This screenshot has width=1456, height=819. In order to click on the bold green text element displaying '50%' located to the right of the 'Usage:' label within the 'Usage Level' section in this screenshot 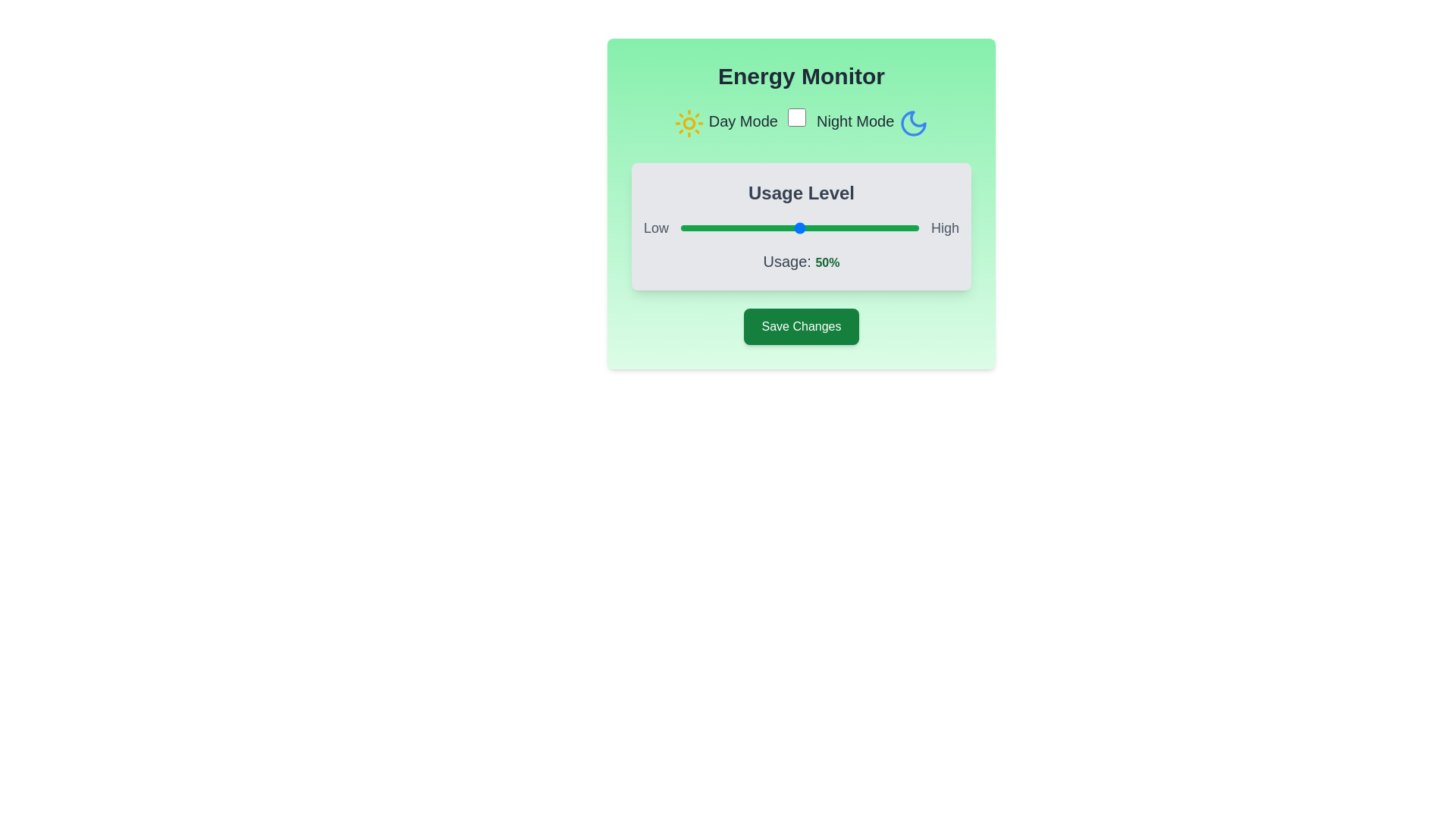, I will do `click(827, 262)`.